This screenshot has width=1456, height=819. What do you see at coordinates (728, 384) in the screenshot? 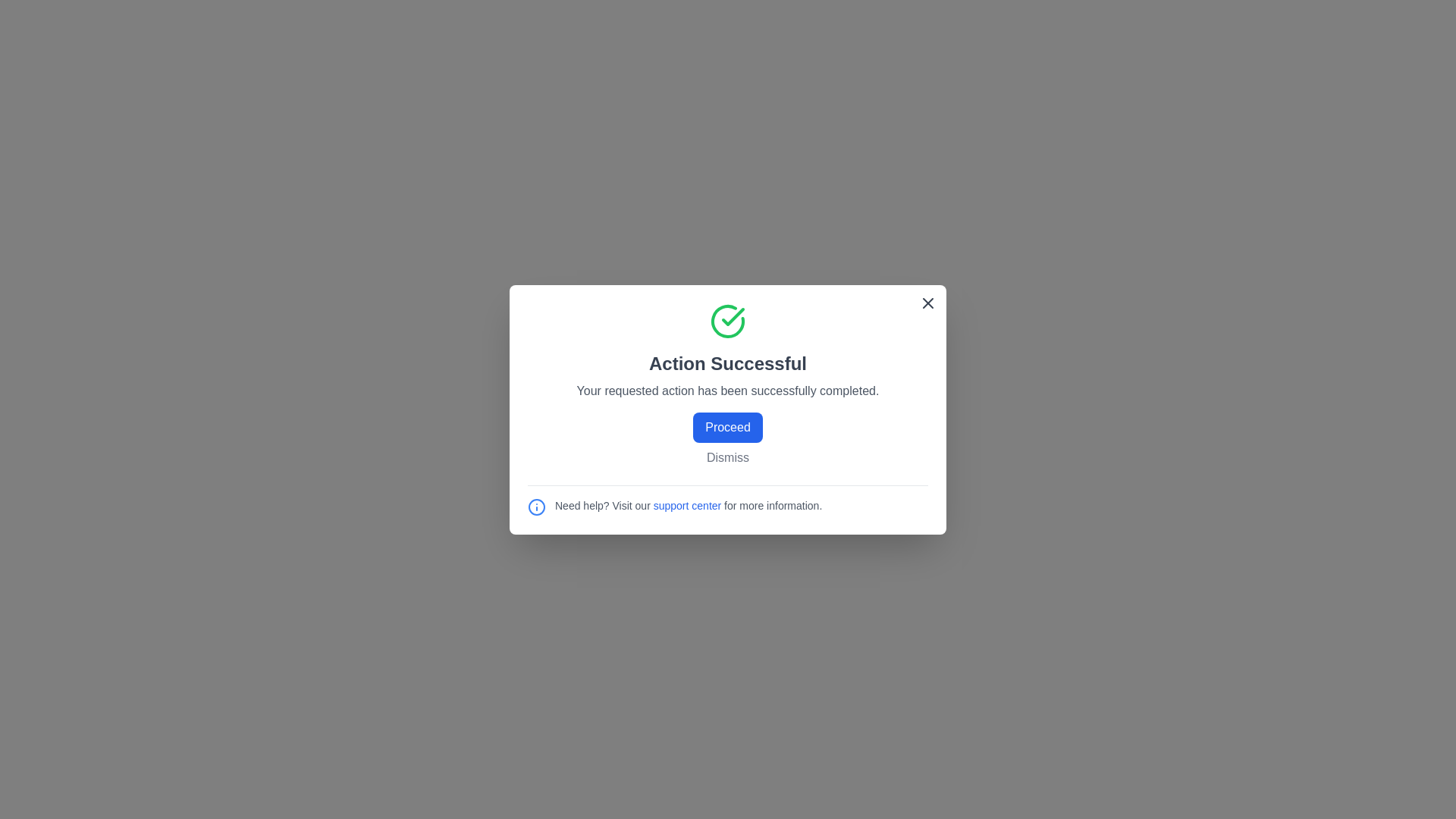
I see `displayed message in the Modal Content Panel that indicates a successfully completed action` at bounding box center [728, 384].